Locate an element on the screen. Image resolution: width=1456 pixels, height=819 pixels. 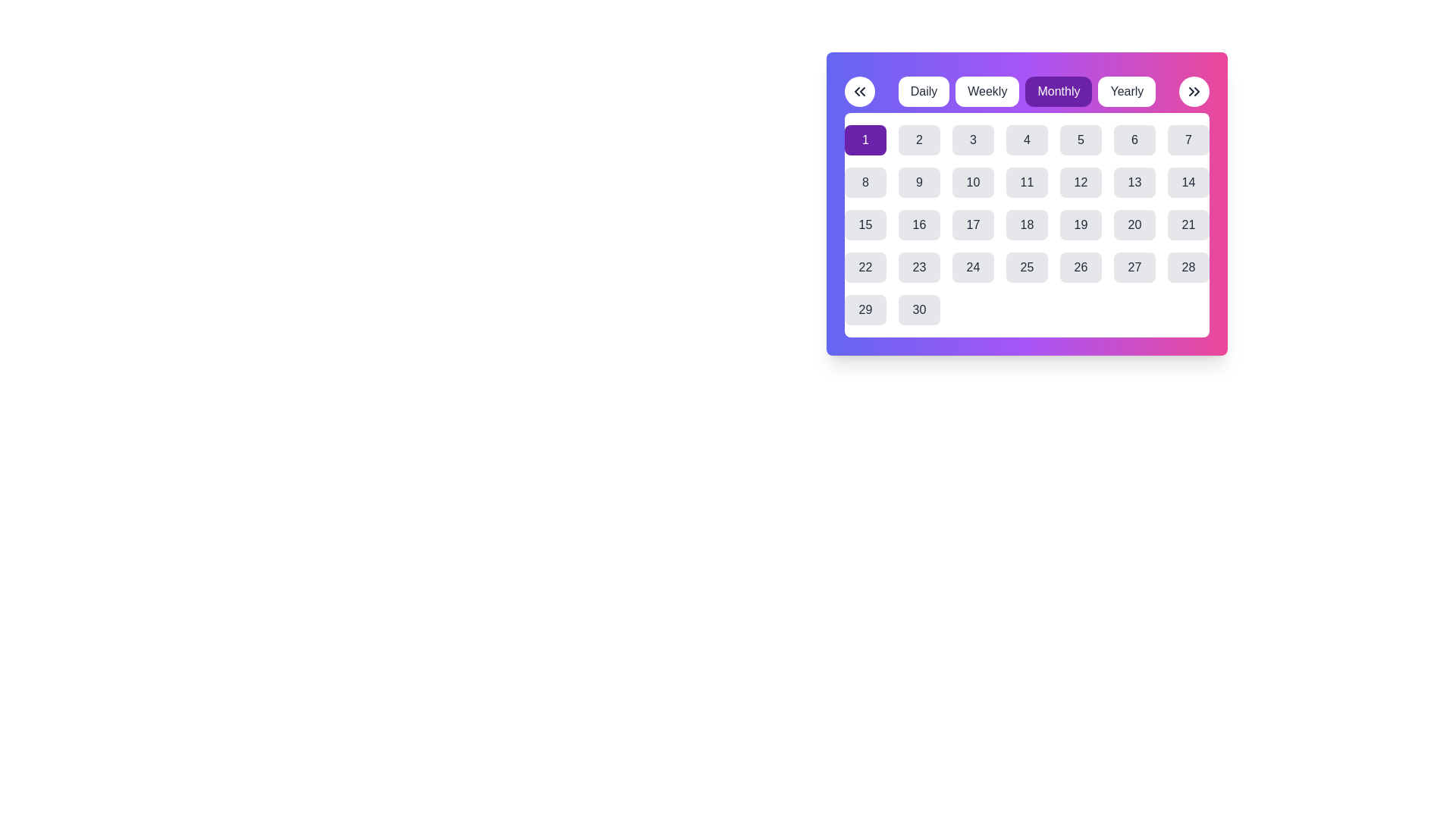
the button labeled '7' in the top-right corner of the calendar widget is located at coordinates (1188, 140).